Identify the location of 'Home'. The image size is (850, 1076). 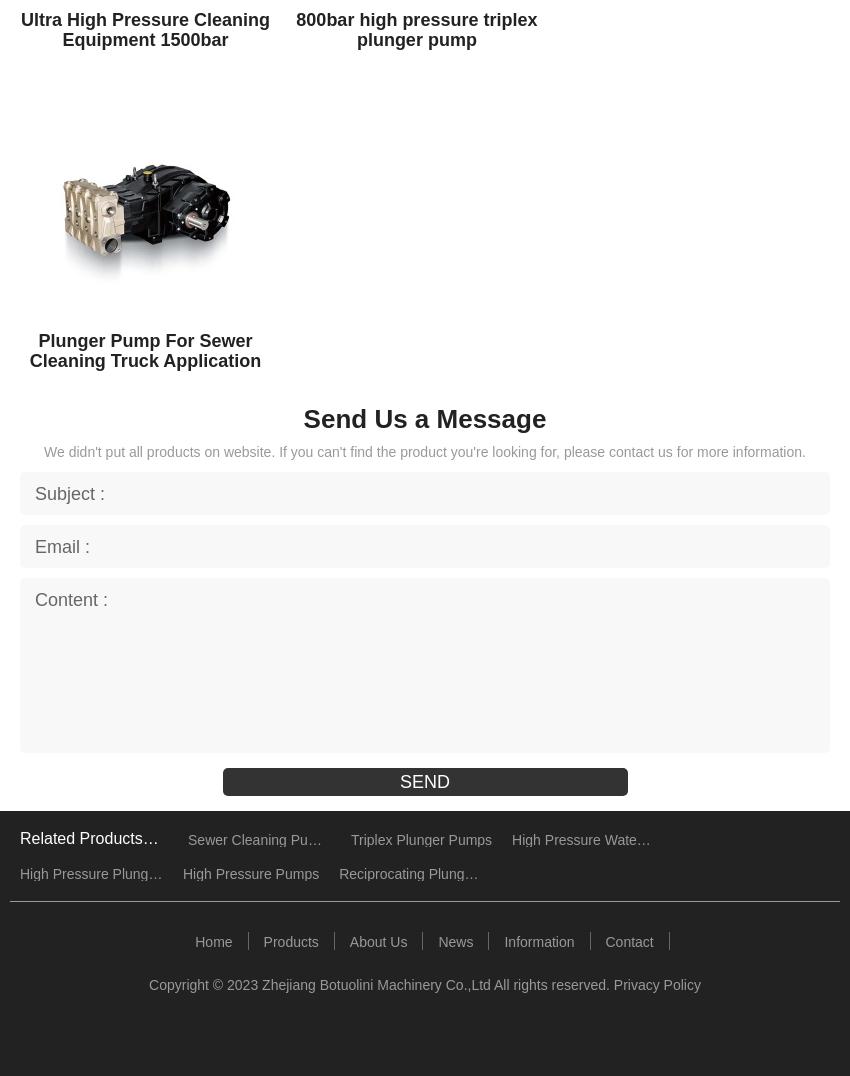
(212, 939).